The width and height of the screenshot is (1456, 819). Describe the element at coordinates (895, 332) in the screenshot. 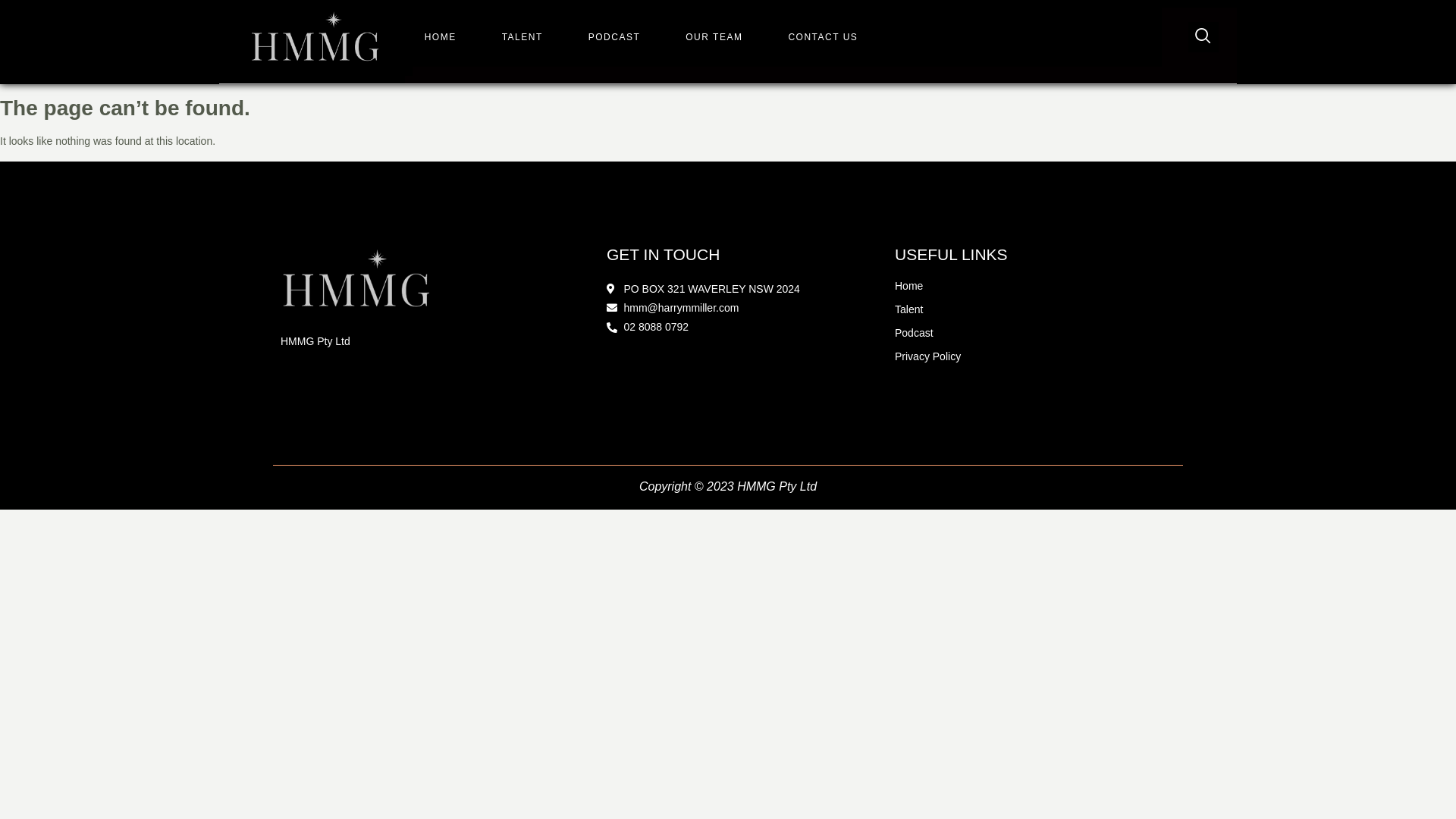

I see `'Podcast'` at that location.